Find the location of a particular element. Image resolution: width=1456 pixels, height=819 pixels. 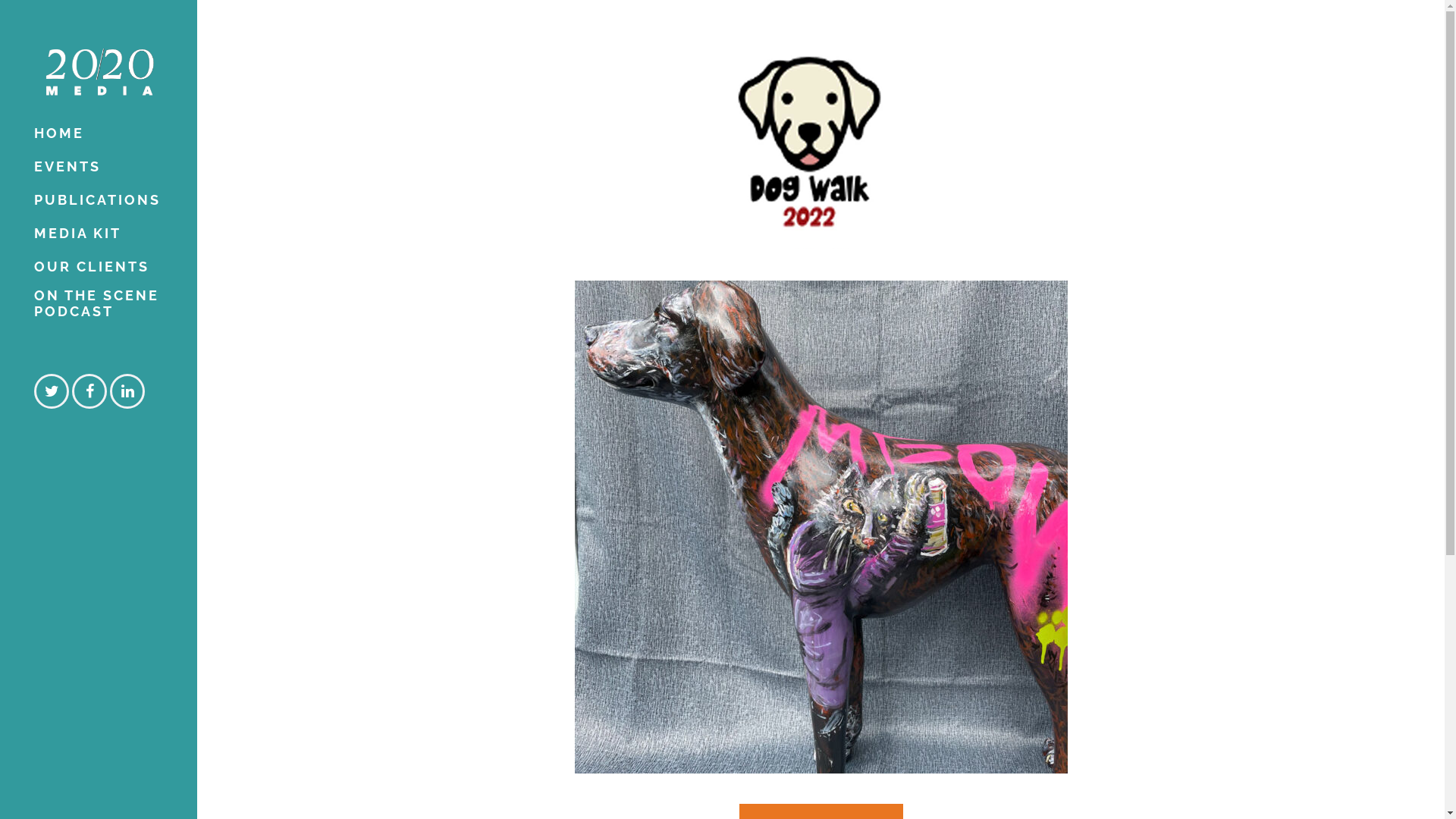

'EVENTS' is located at coordinates (97, 166).